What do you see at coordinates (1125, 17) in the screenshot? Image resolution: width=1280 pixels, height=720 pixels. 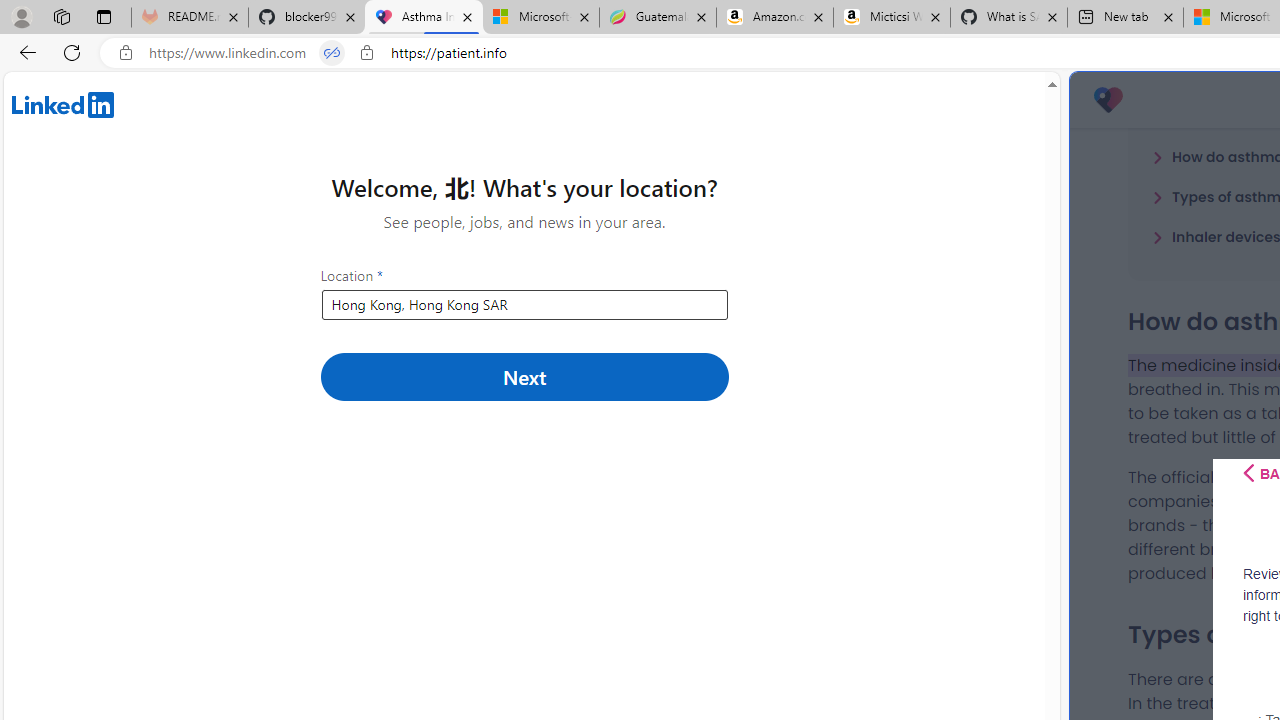 I see `'New tab'` at bounding box center [1125, 17].